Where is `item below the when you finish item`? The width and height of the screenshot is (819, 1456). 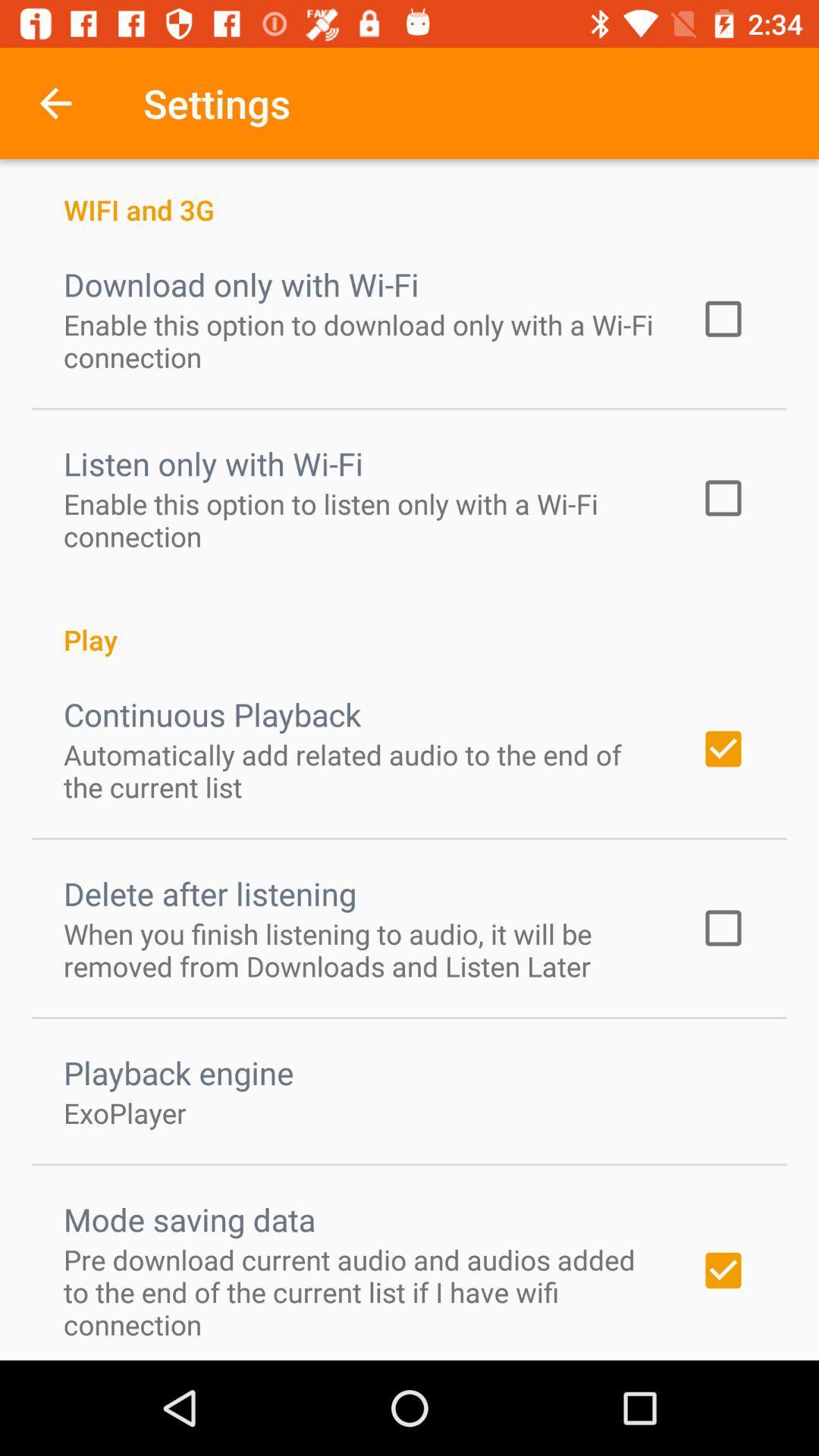 item below the when you finish item is located at coordinates (177, 1072).